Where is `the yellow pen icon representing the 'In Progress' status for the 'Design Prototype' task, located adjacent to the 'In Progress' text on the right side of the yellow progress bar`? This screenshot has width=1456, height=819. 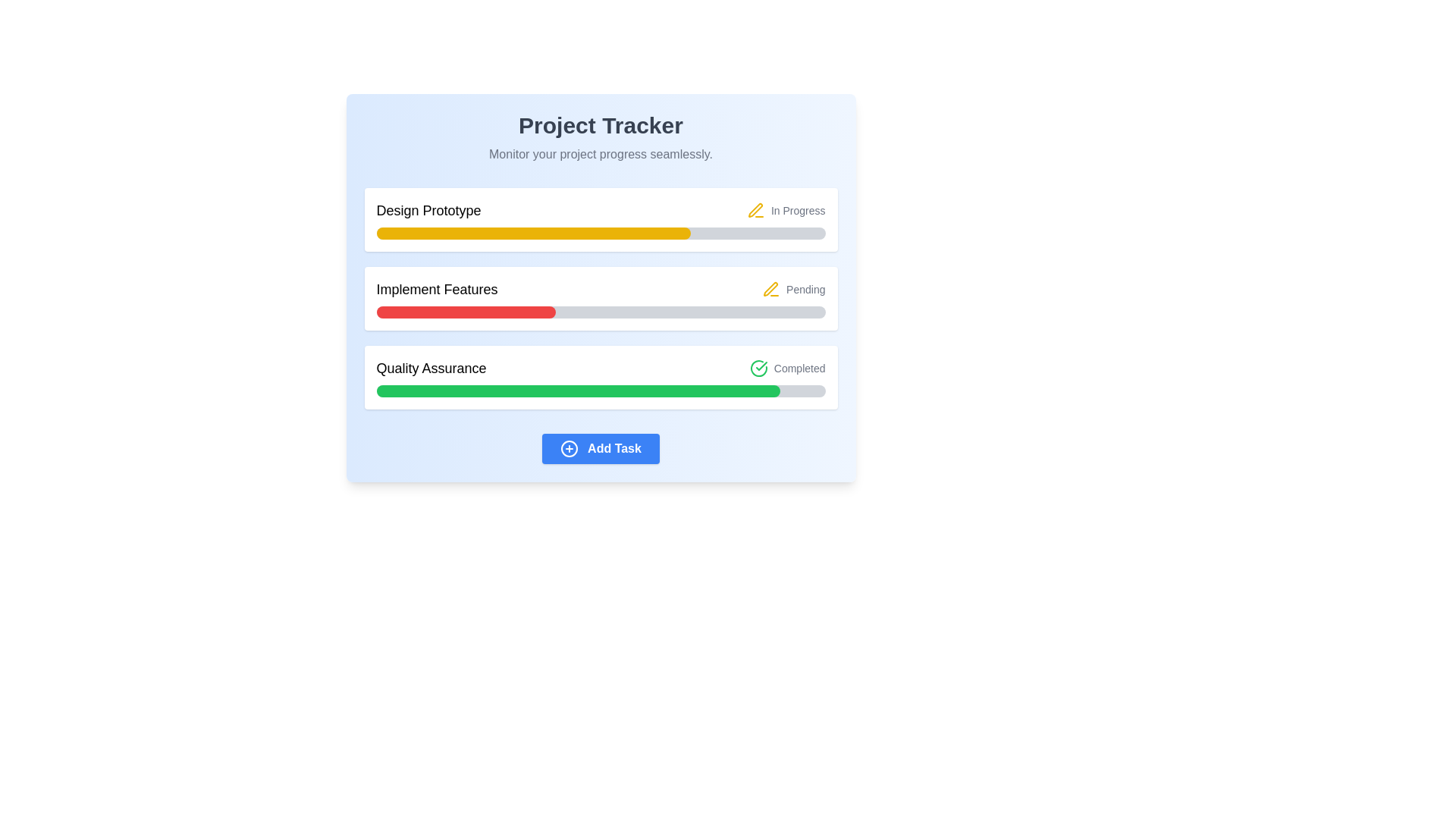
the yellow pen icon representing the 'In Progress' status for the 'Design Prototype' task, located adjacent to the 'In Progress' text on the right side of the yellow progress bar is located at coordinates (770, 289).